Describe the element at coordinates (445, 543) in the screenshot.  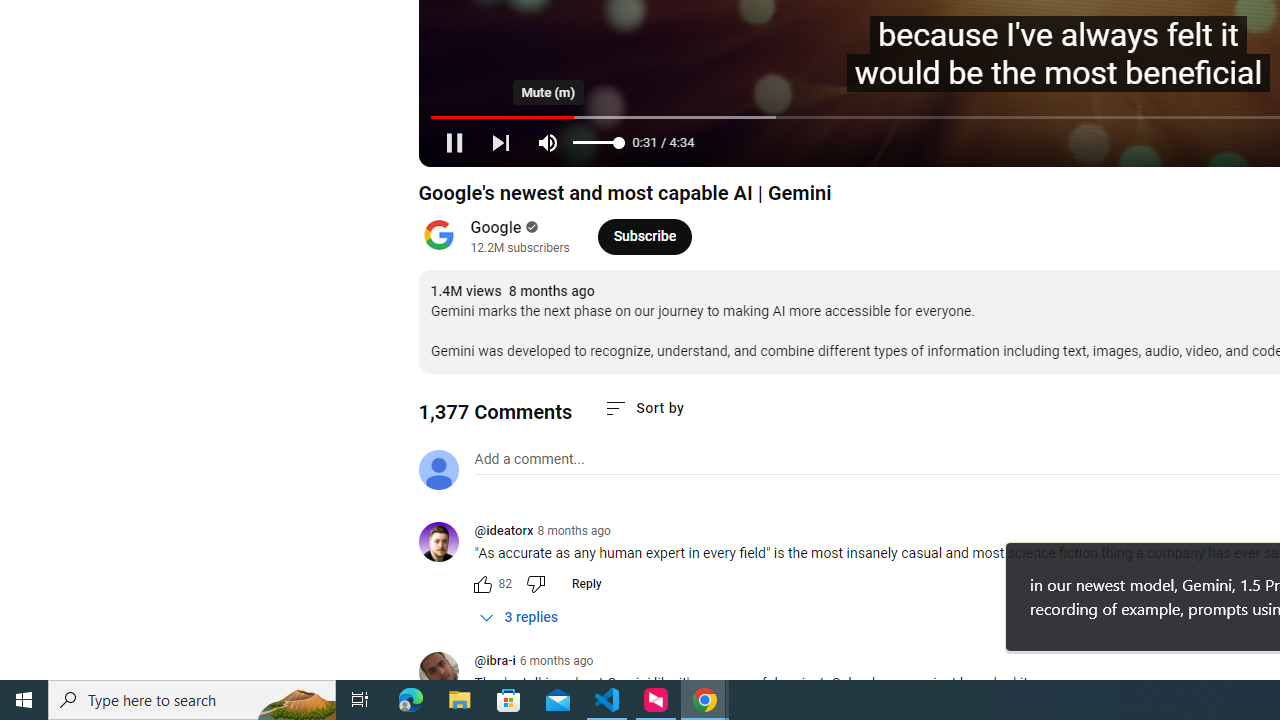
I see `'@ideatorx'` at that location.